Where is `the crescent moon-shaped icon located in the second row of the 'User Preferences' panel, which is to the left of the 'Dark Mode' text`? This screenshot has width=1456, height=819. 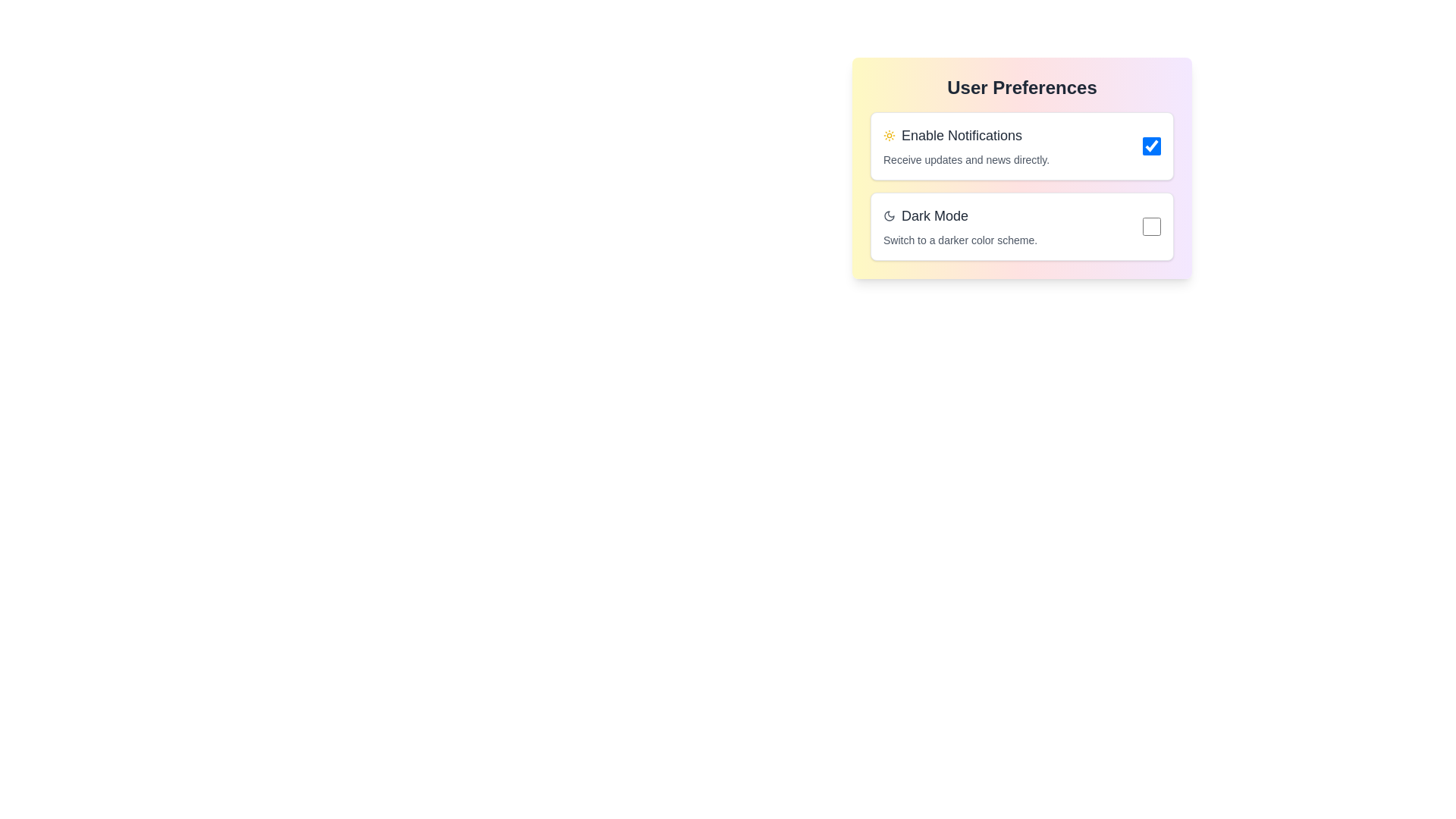 the crescent moon-shaped icon located in the second row of the 'User Preferences' panel, which is to the left of the 'Dark Mode' text is located at coordinates (889, 216).